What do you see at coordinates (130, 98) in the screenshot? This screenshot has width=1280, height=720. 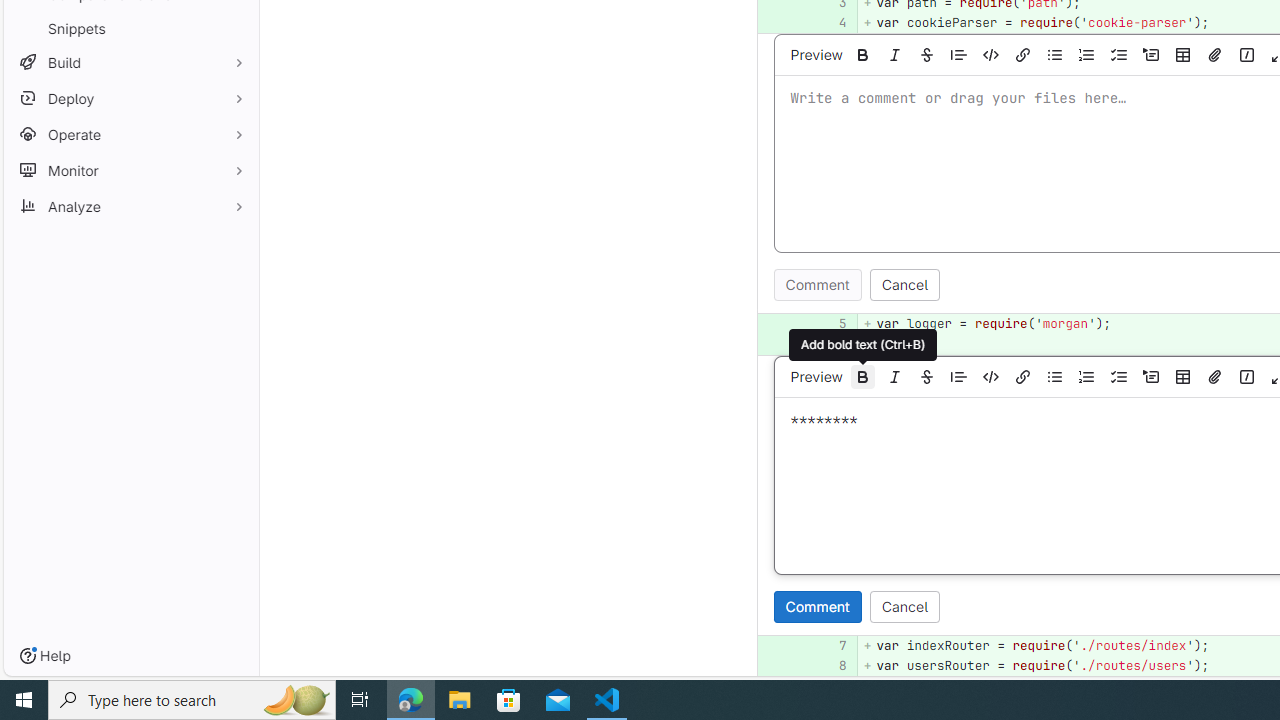 I see `'Deploy'` at bounding box center [130, 98].